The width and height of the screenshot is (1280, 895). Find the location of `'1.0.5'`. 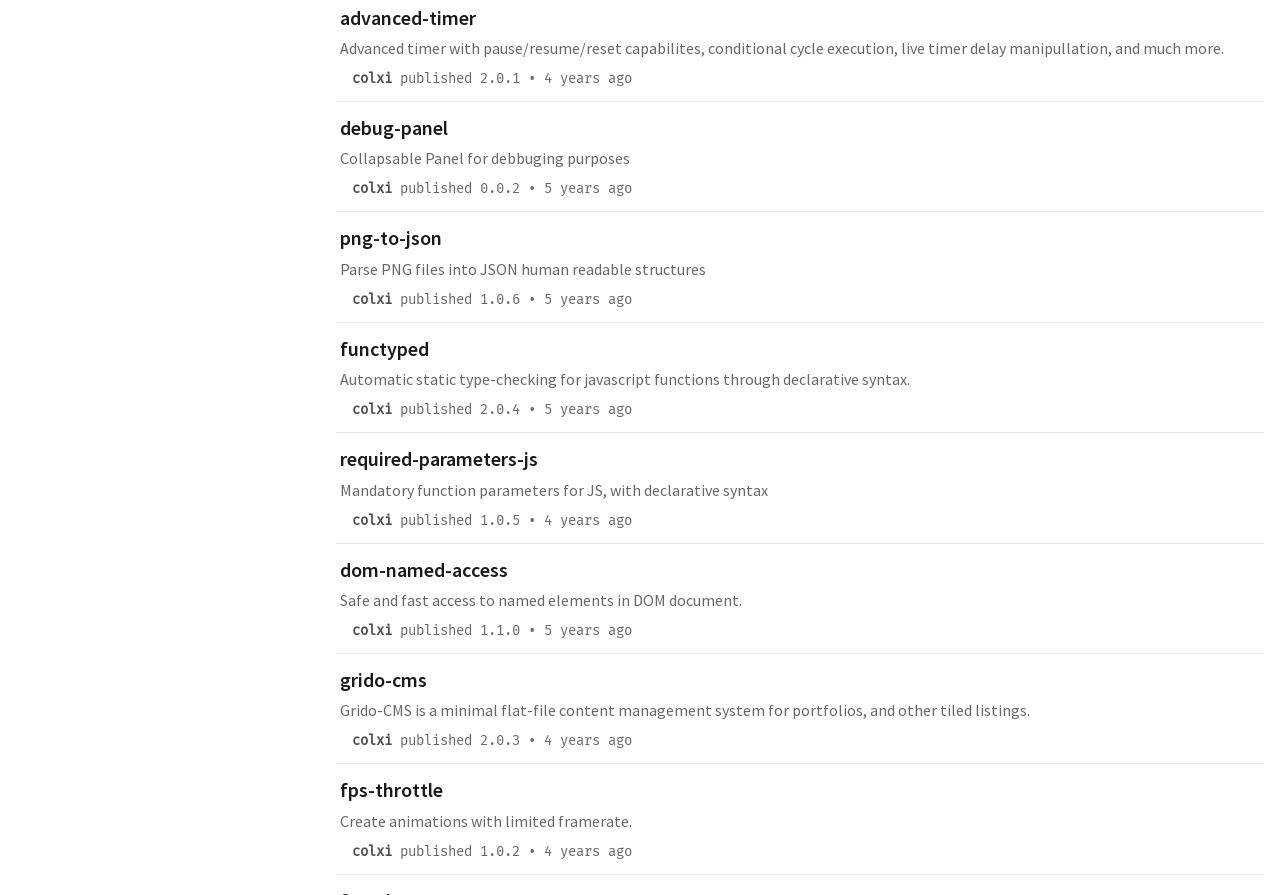

'1.0.5' is located at coordinates (499, 518).